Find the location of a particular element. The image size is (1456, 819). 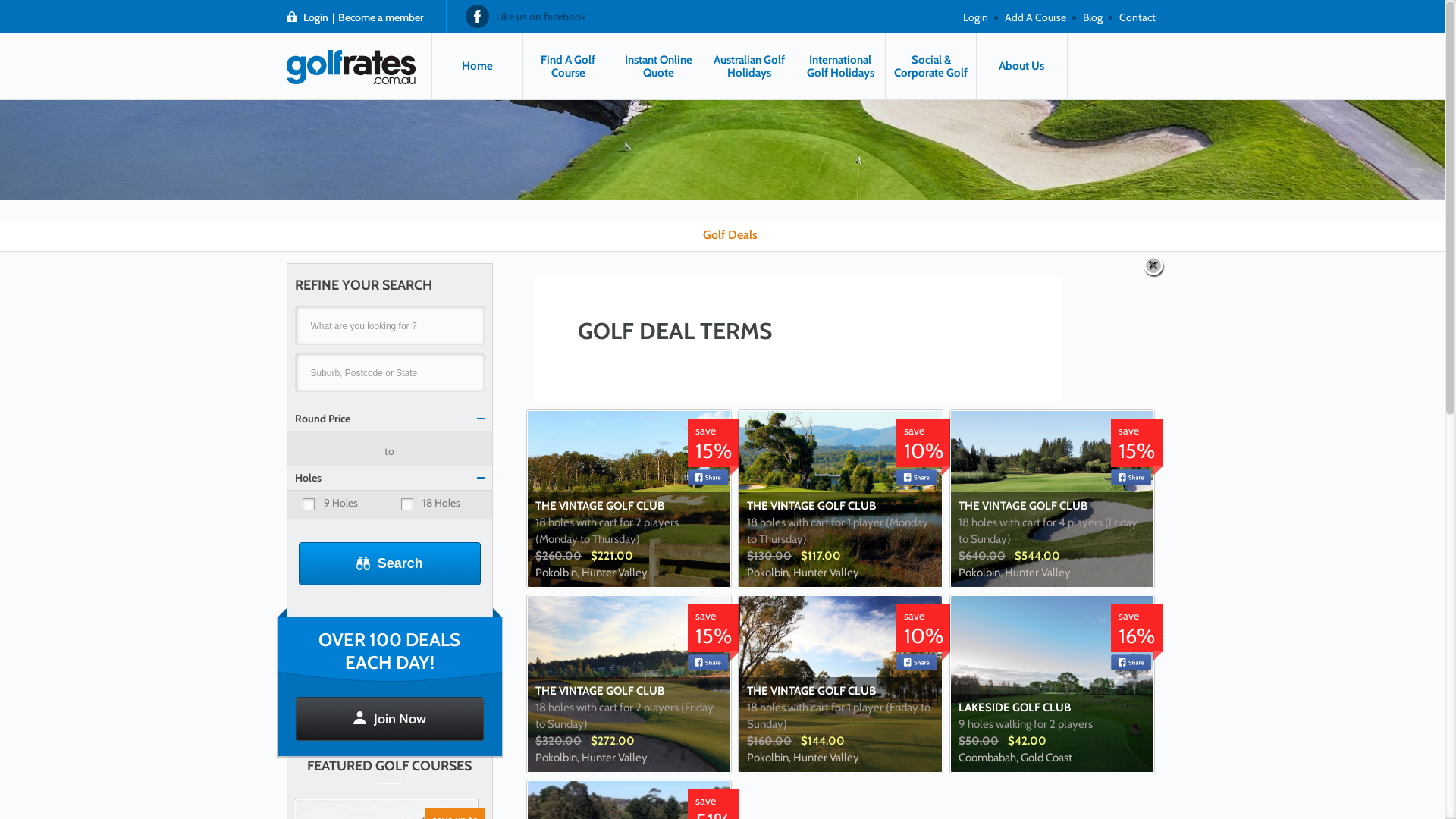

'Search' is located at coordinates (298, 563).